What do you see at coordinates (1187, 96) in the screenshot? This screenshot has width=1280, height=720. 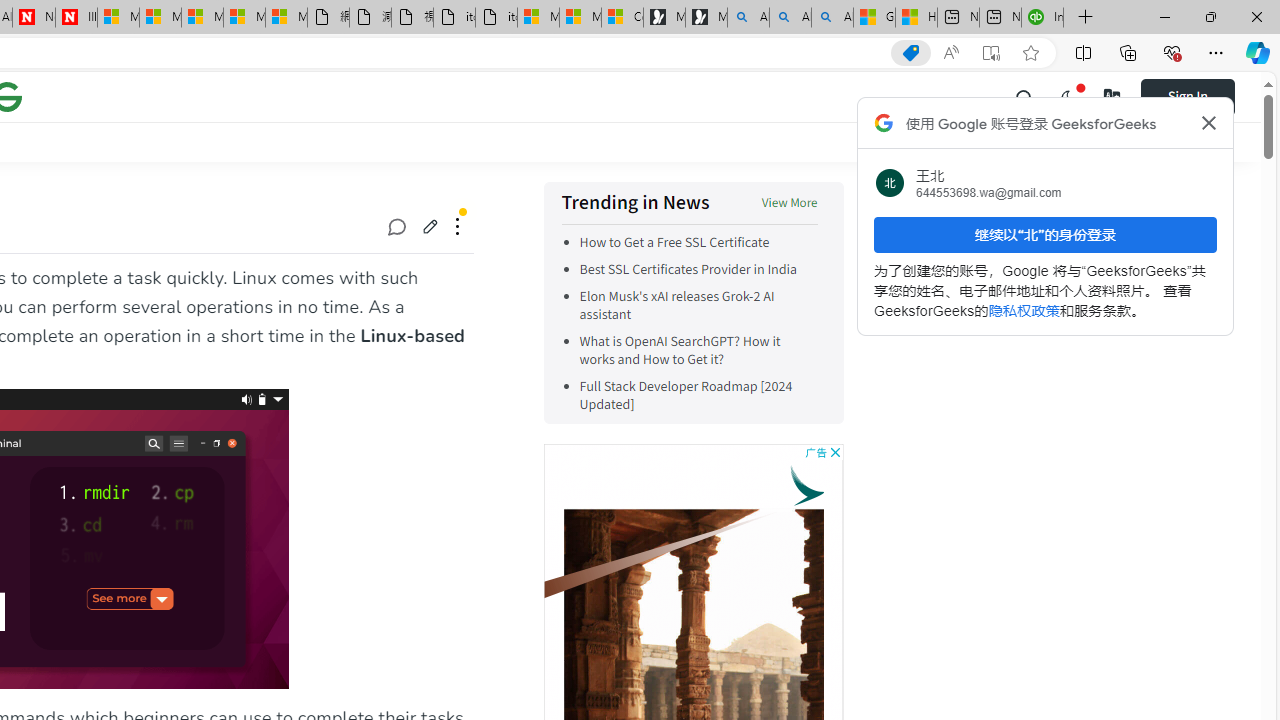 I see `'Sign In'` at bounding box center [1187, 96].